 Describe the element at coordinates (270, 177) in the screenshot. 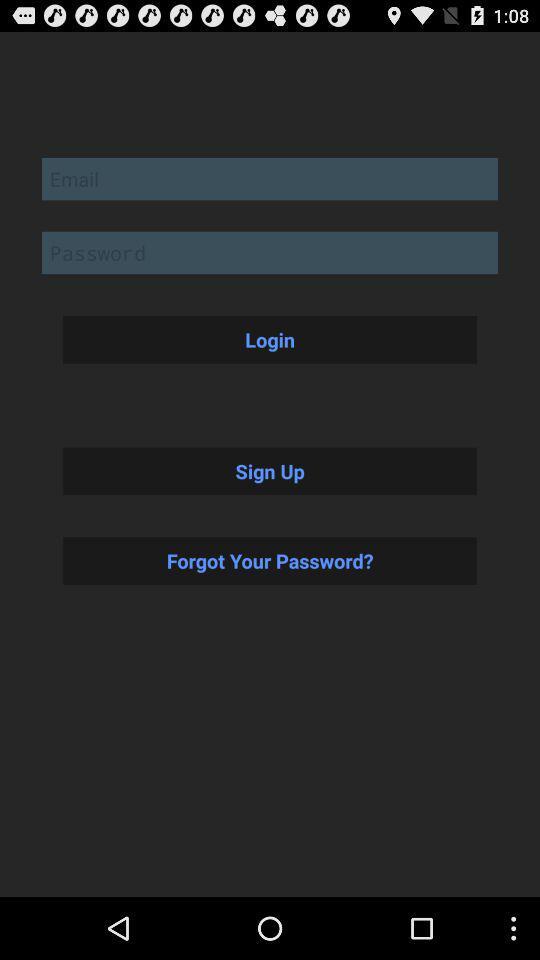

I see `email` at that location.